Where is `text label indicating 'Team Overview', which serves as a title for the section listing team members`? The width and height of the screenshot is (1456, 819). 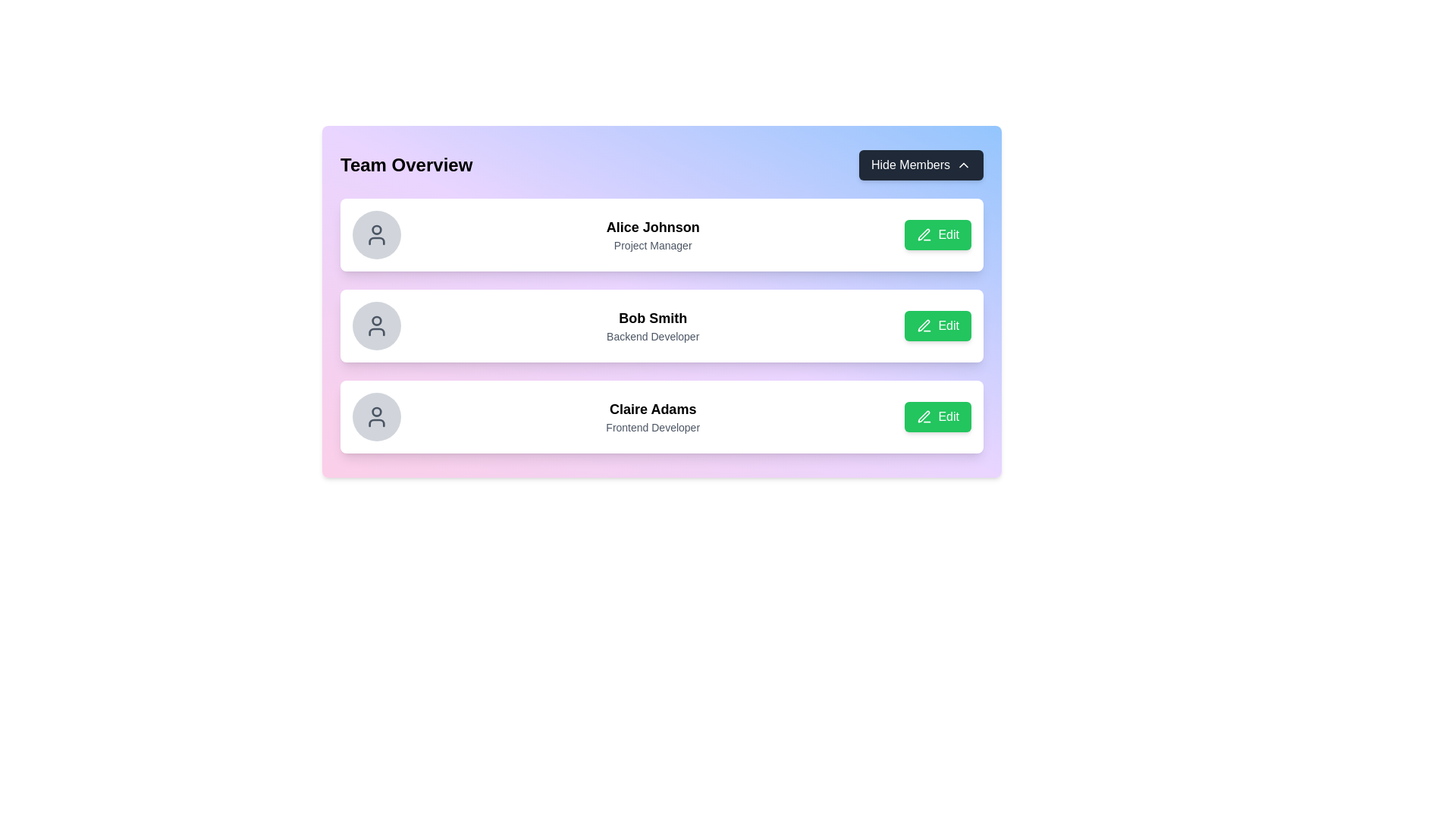
text label indicating 'Team Overview', which serves as a title for the section listing team members is located at coordinates (406, 165).